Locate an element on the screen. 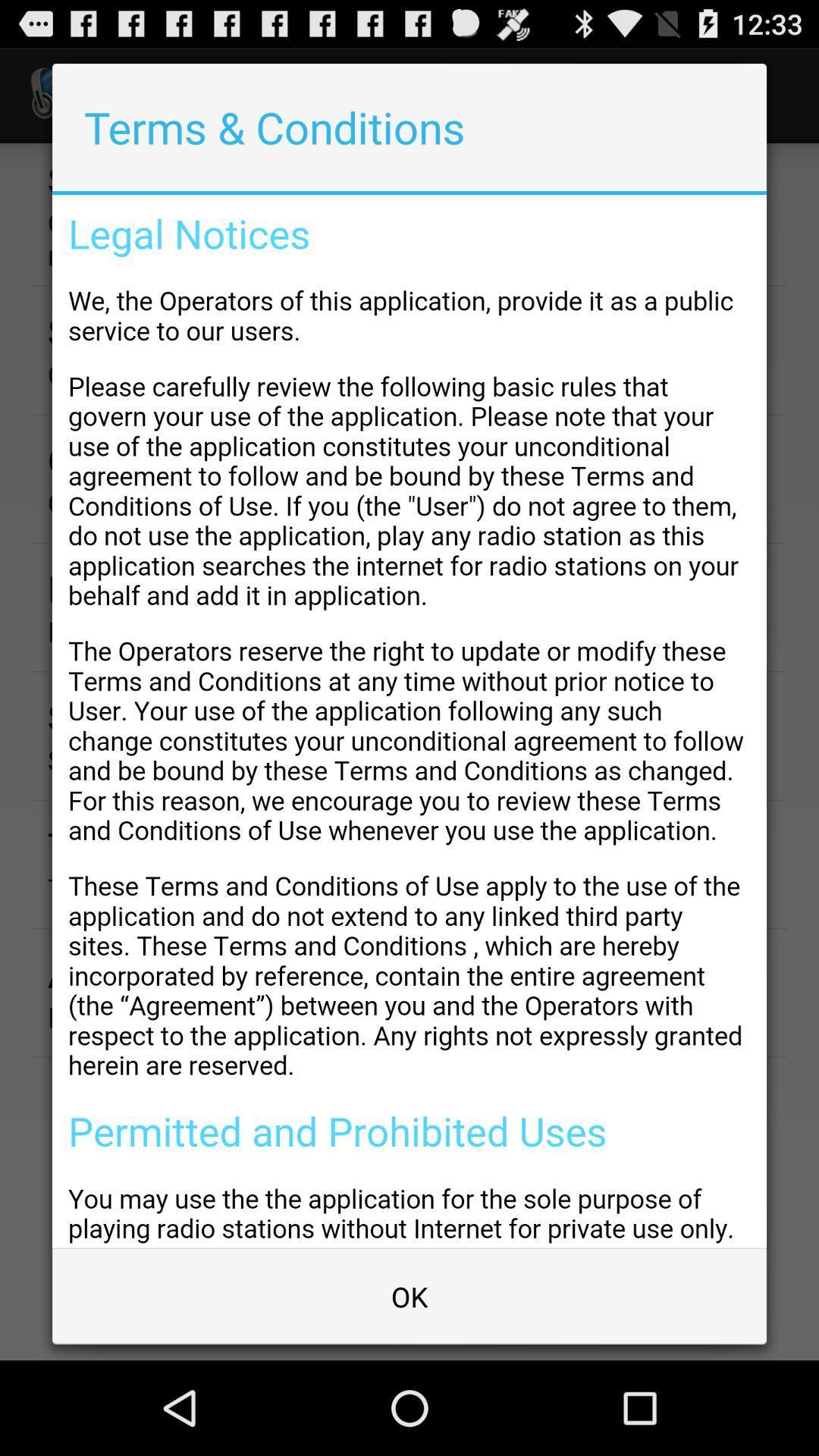 The image size is (819, 1456). litters is located at coordinates (409, 720).